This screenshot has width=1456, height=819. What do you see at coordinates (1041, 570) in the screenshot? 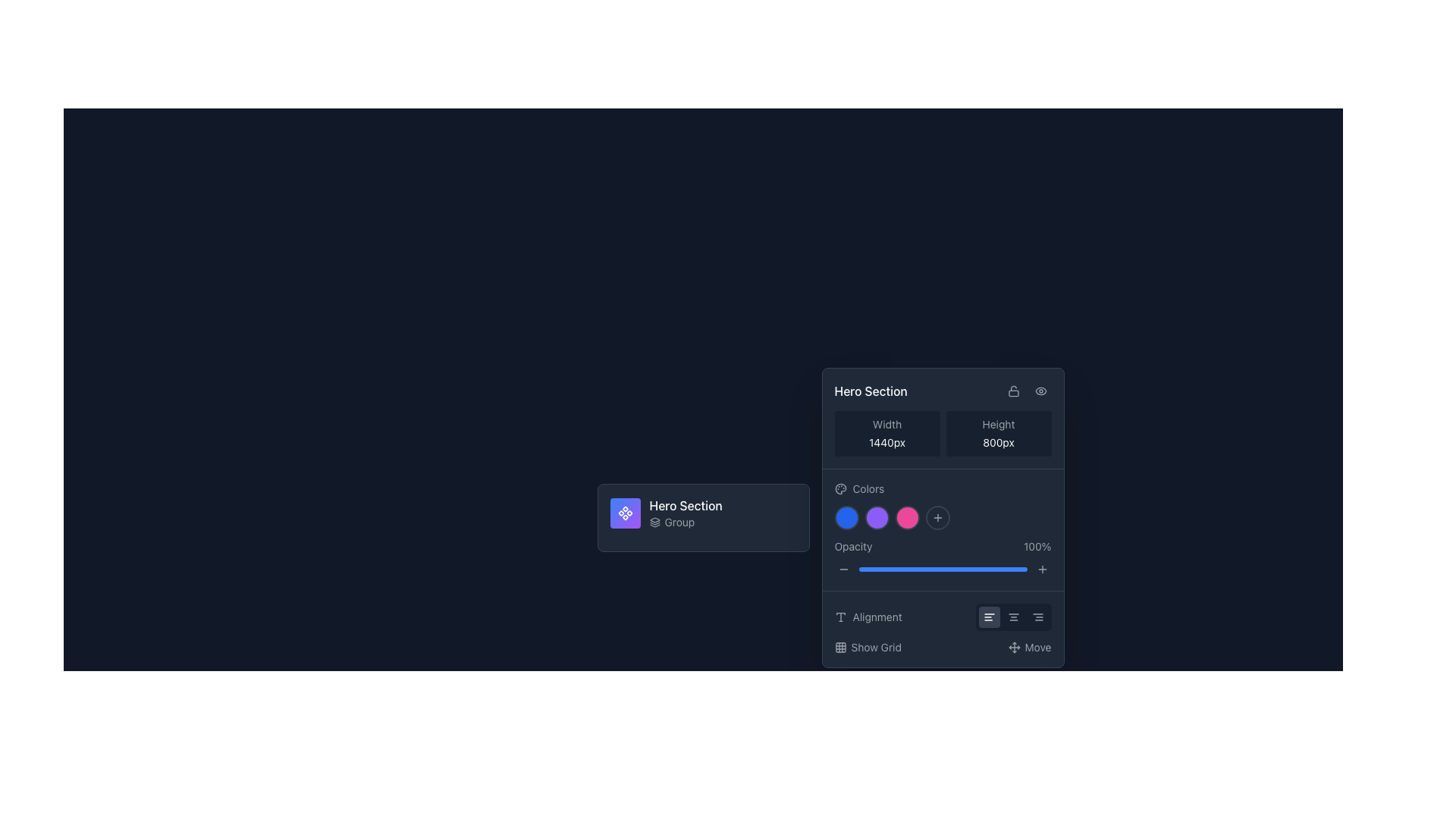
I see `the '+' button located at the bottom-right corner of the card interface to observe style changes` at bounding box center [1041, 570].